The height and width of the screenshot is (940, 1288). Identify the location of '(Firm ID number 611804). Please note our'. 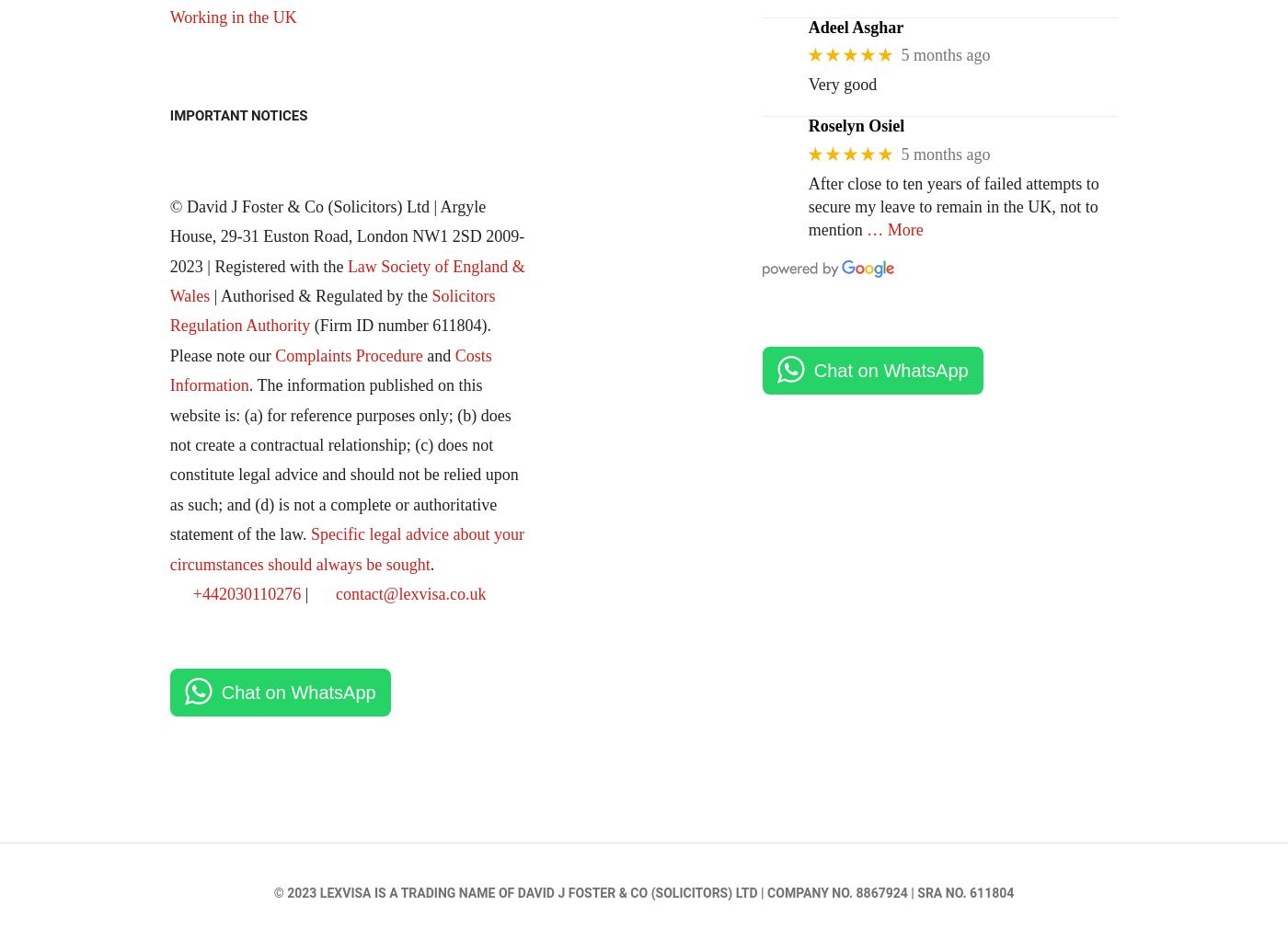
(168, 338).